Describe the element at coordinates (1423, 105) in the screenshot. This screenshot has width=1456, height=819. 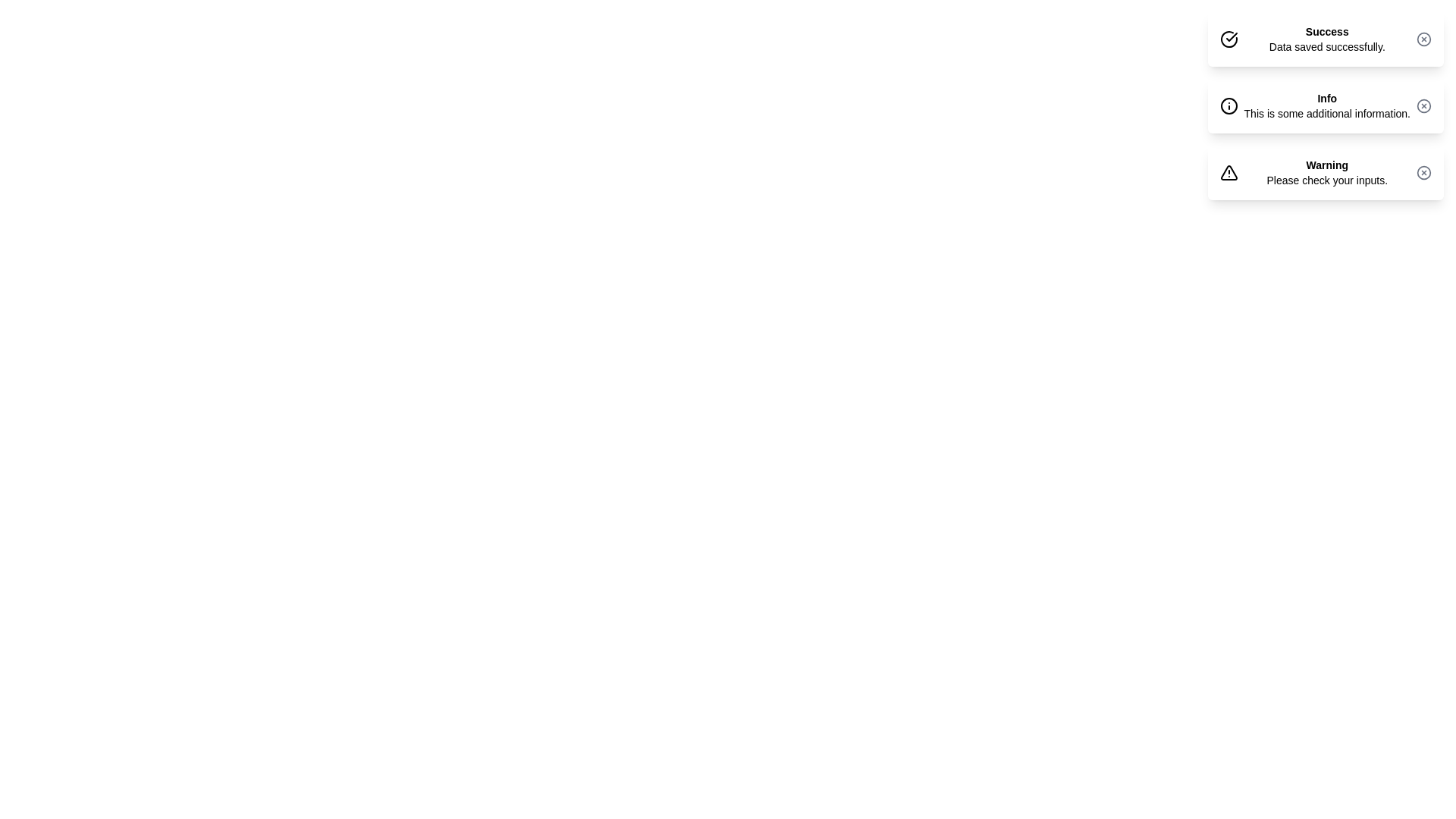
I see `the close button icon represented by a circular shape with a diagonal cross, located in the top-right corner of the 'Info' pop-up notification card` at that location.